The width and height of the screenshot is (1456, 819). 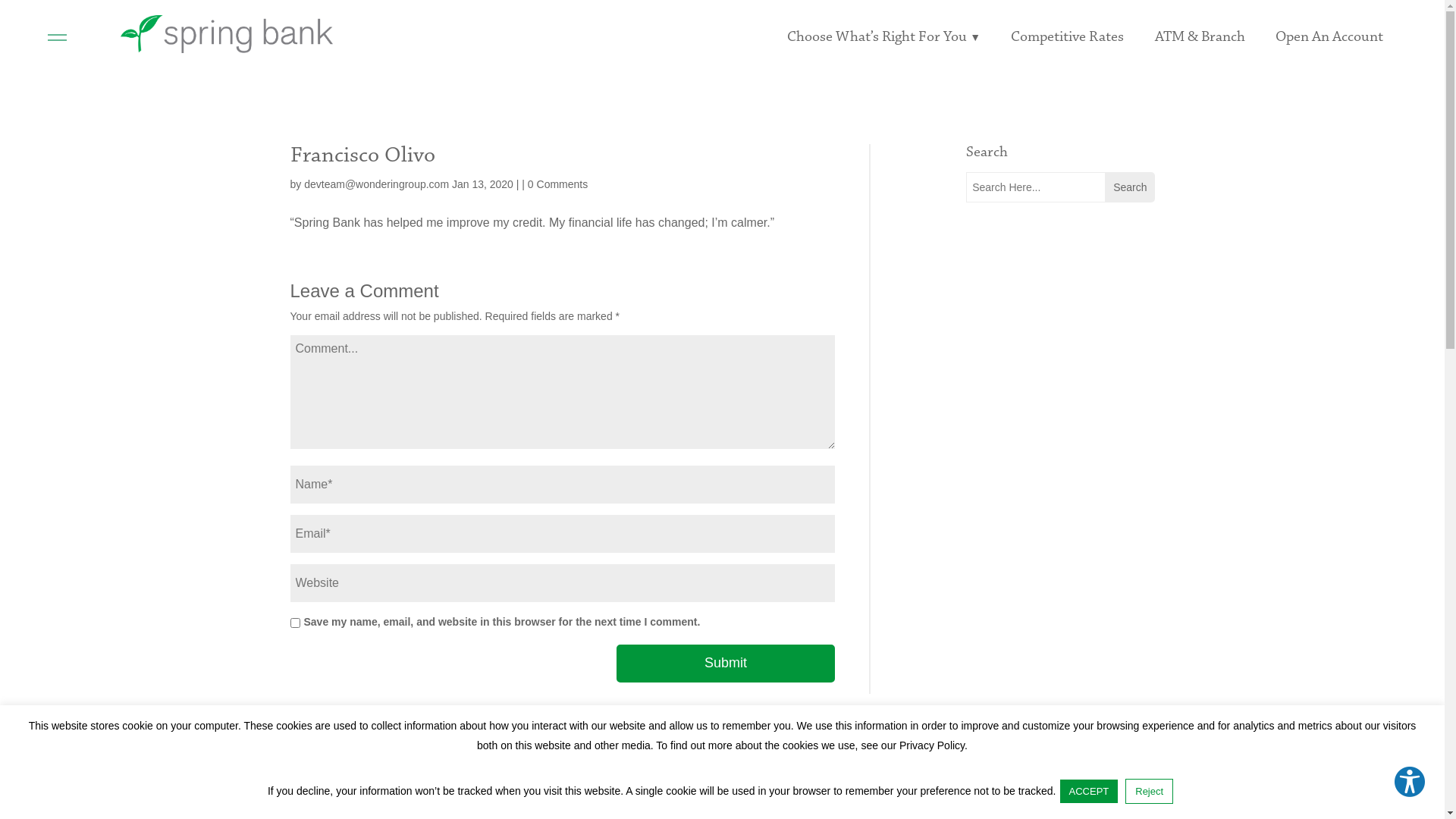 I want to click on 'Submit', so click(x=724, y=663).